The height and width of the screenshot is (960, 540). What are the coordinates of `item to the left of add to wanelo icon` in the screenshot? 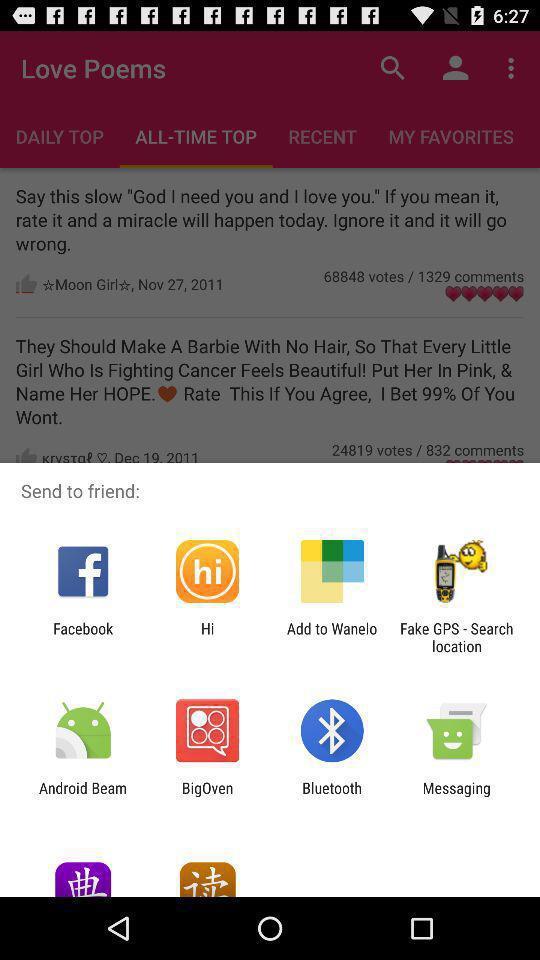 It's located at (206, 636).